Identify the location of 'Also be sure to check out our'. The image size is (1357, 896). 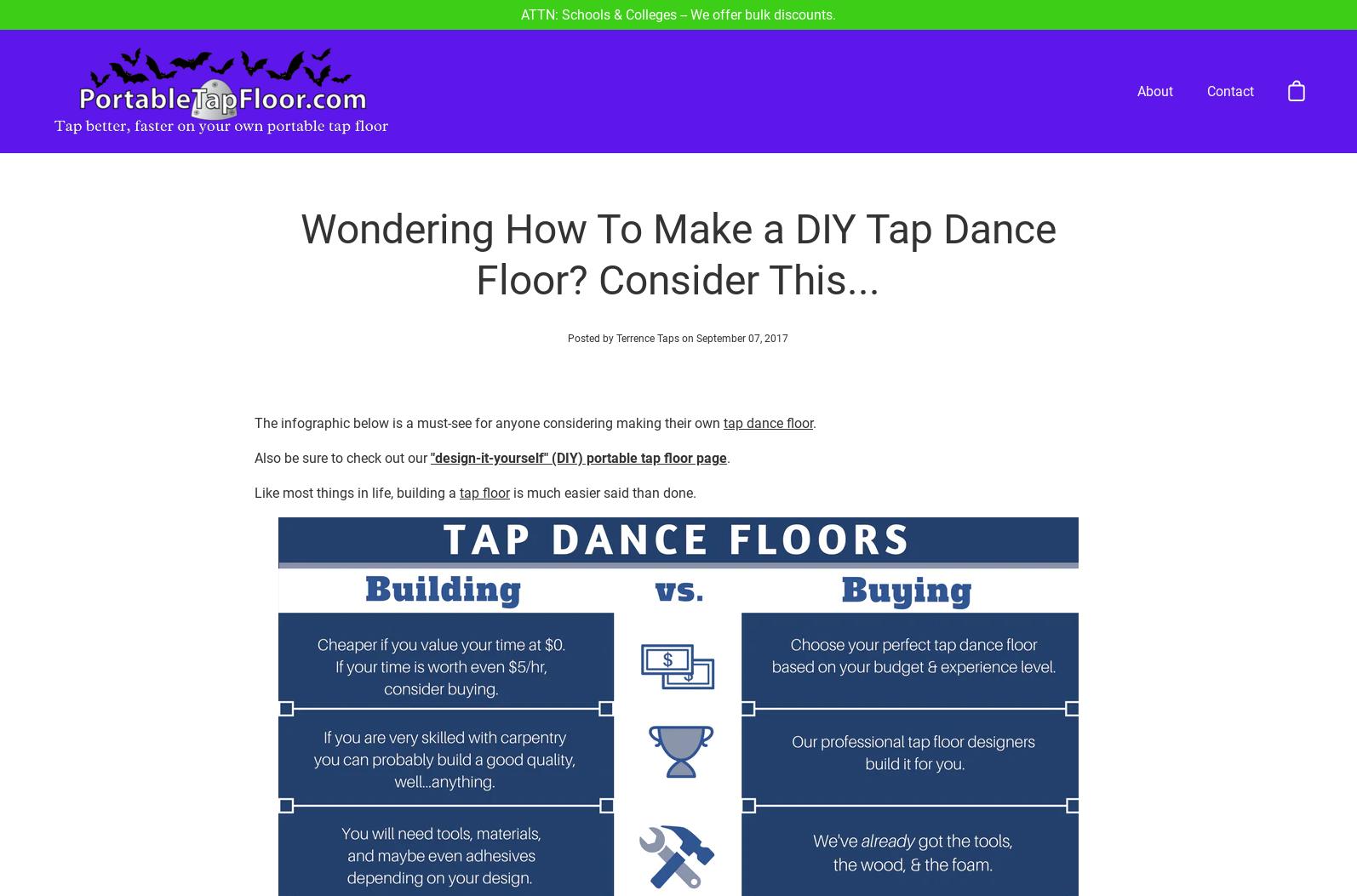
(341, 394).